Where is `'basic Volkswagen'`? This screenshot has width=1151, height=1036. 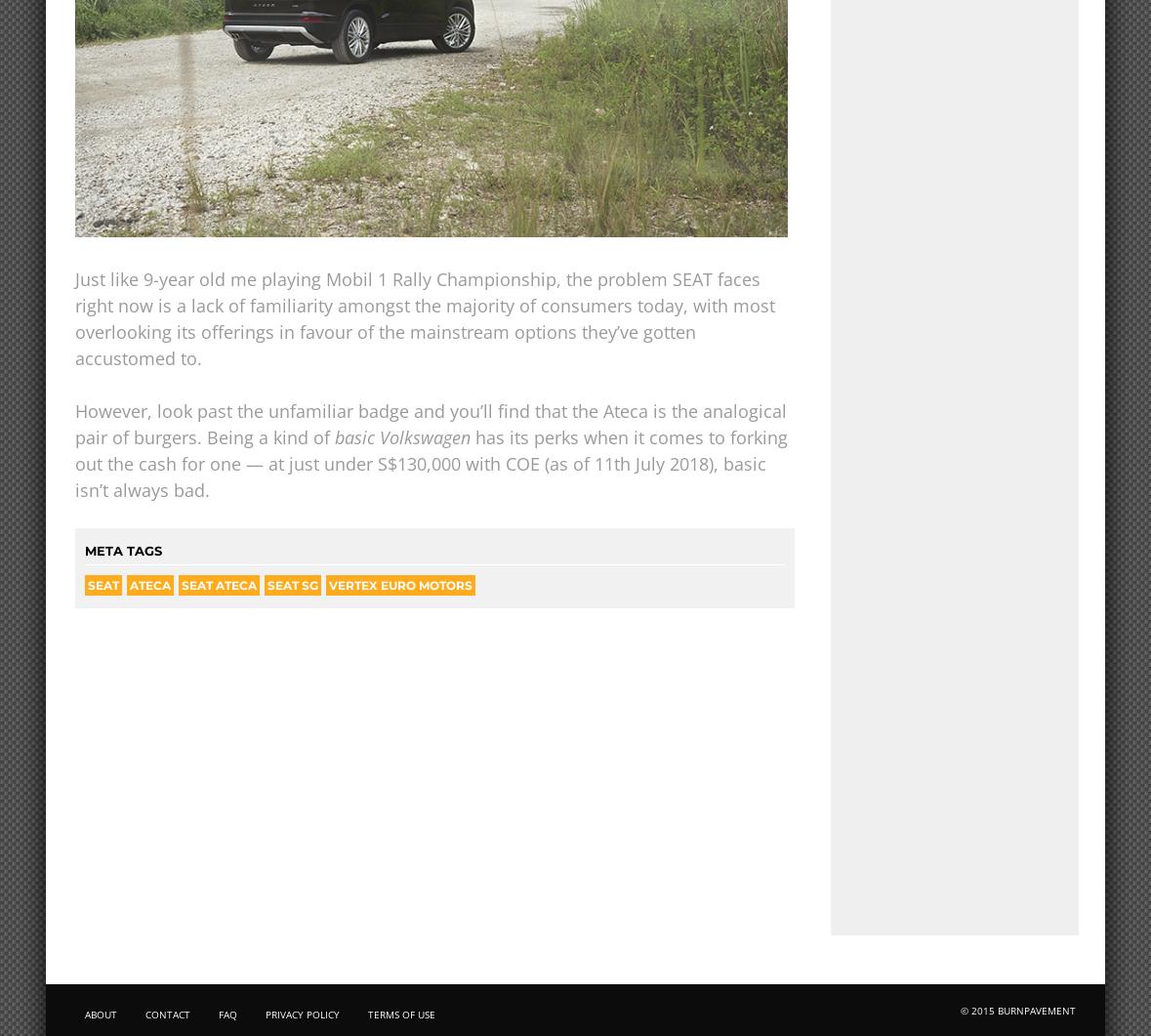
'basic Volkswagen' is located at coordinates (401, 436).